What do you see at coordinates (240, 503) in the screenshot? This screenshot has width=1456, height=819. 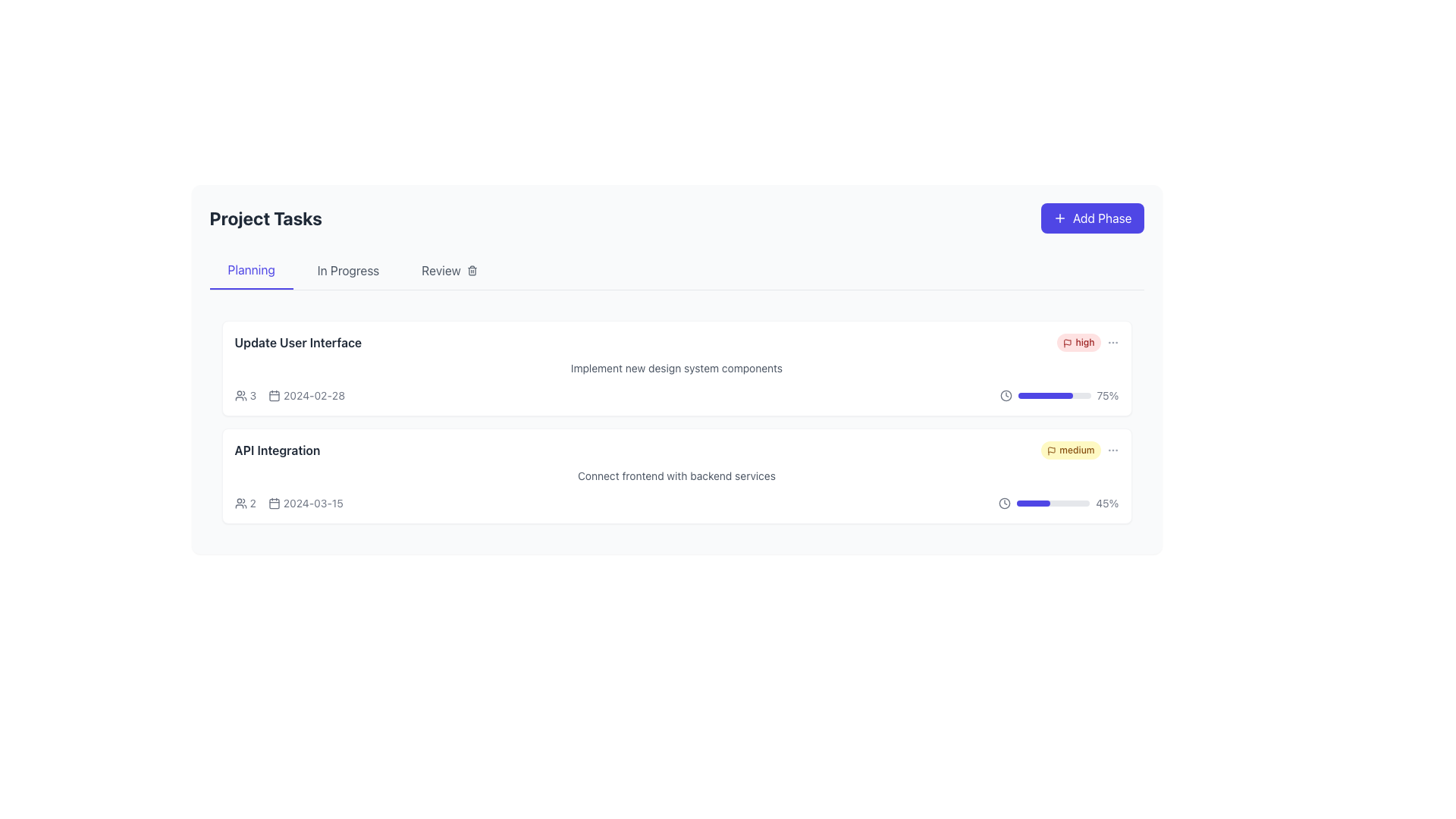 I see `the SVG icon representing a group of people next to the task labeled 'API Integration' and the user count '2'` at bounding box center [240, 503].